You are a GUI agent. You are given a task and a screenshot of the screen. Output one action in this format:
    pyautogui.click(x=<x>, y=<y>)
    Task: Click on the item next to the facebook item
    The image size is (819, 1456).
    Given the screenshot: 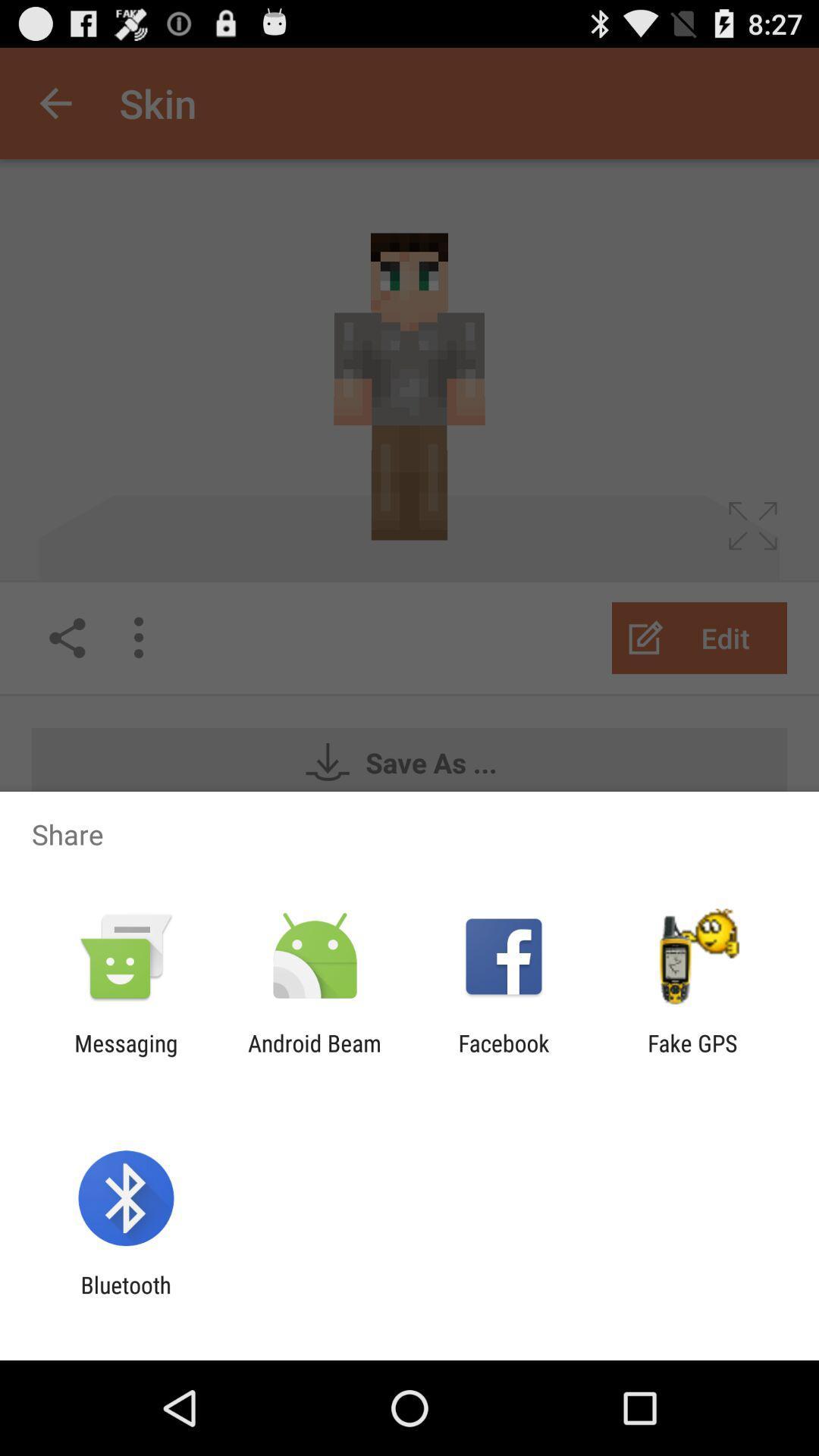 What is the action you would take?
    pyautogui.click(x=314, y=1056)
    